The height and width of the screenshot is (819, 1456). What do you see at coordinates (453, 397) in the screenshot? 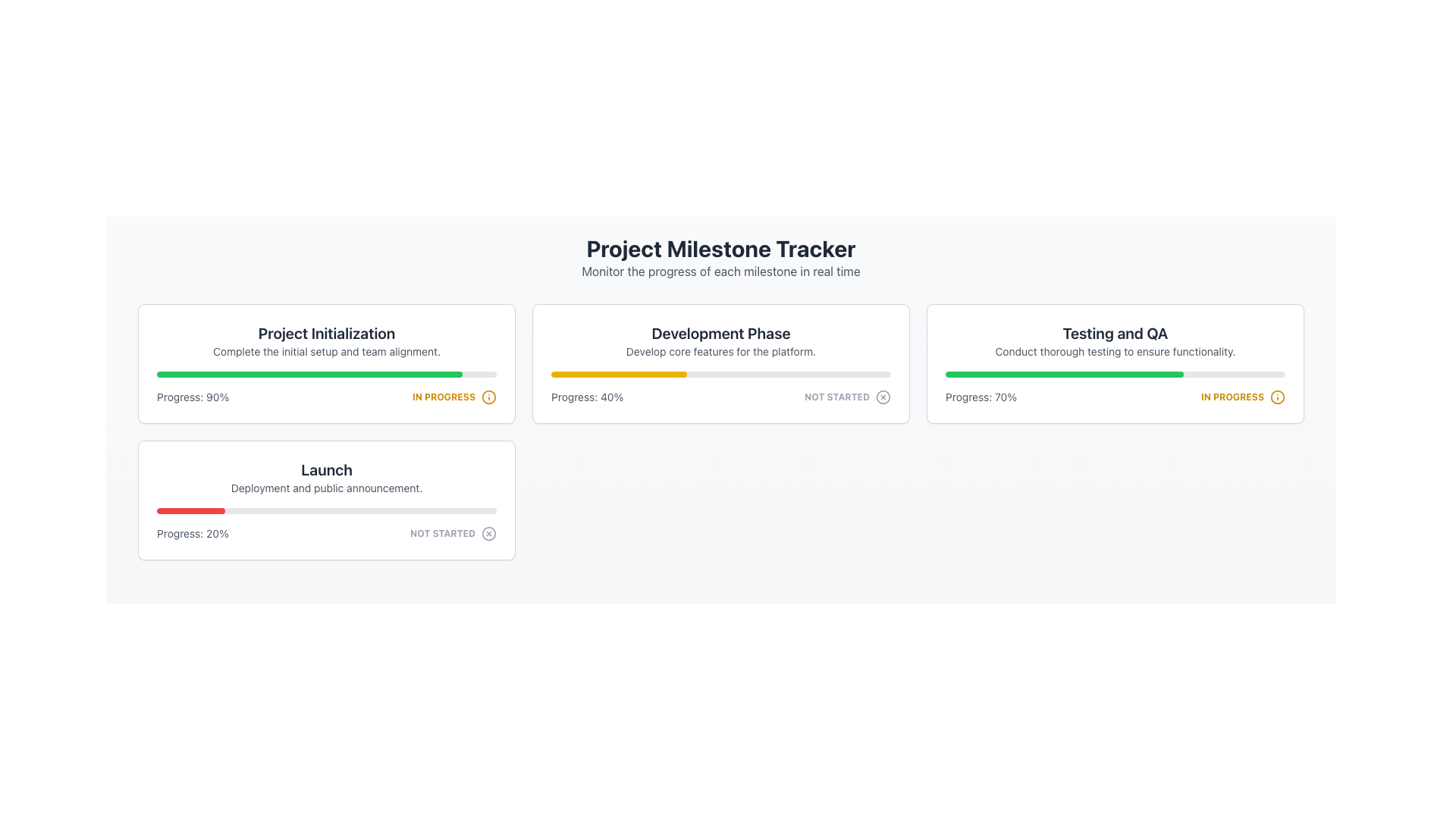
I see `the 'IN PROGRESS' label with the accompanying 'i' icon located in the 'Progress: 90%' section of the 'Project Initialization' card` at bounding box center [453, 397].